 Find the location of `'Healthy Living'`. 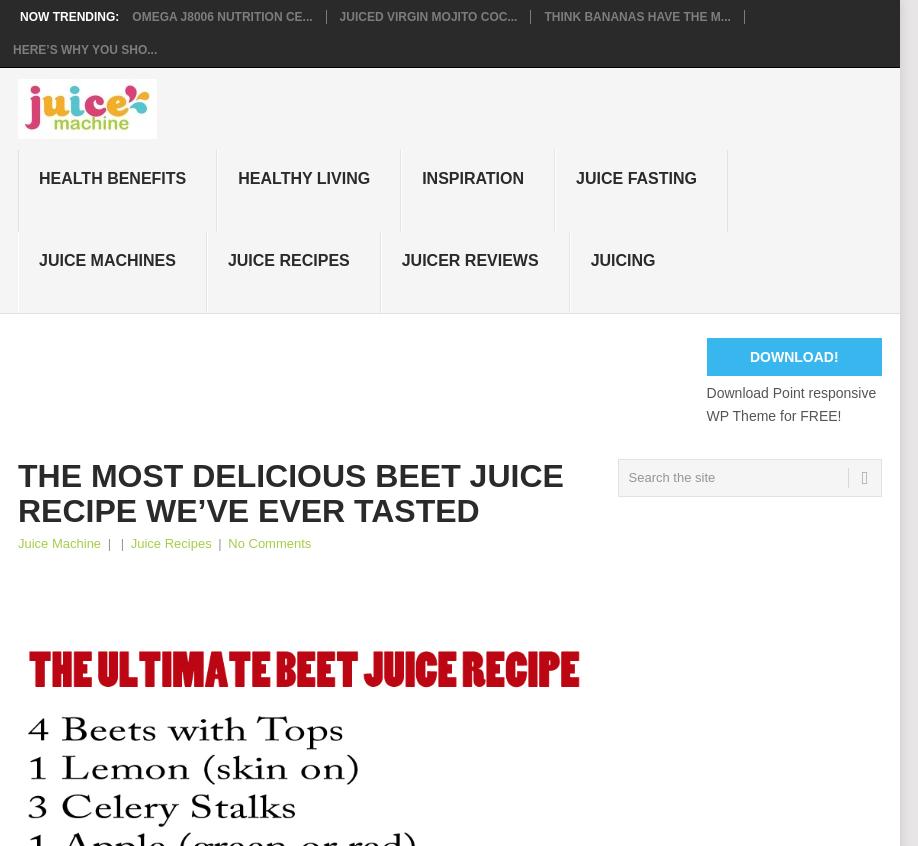

'Healthy Living' is located at coordinates (303, 176).